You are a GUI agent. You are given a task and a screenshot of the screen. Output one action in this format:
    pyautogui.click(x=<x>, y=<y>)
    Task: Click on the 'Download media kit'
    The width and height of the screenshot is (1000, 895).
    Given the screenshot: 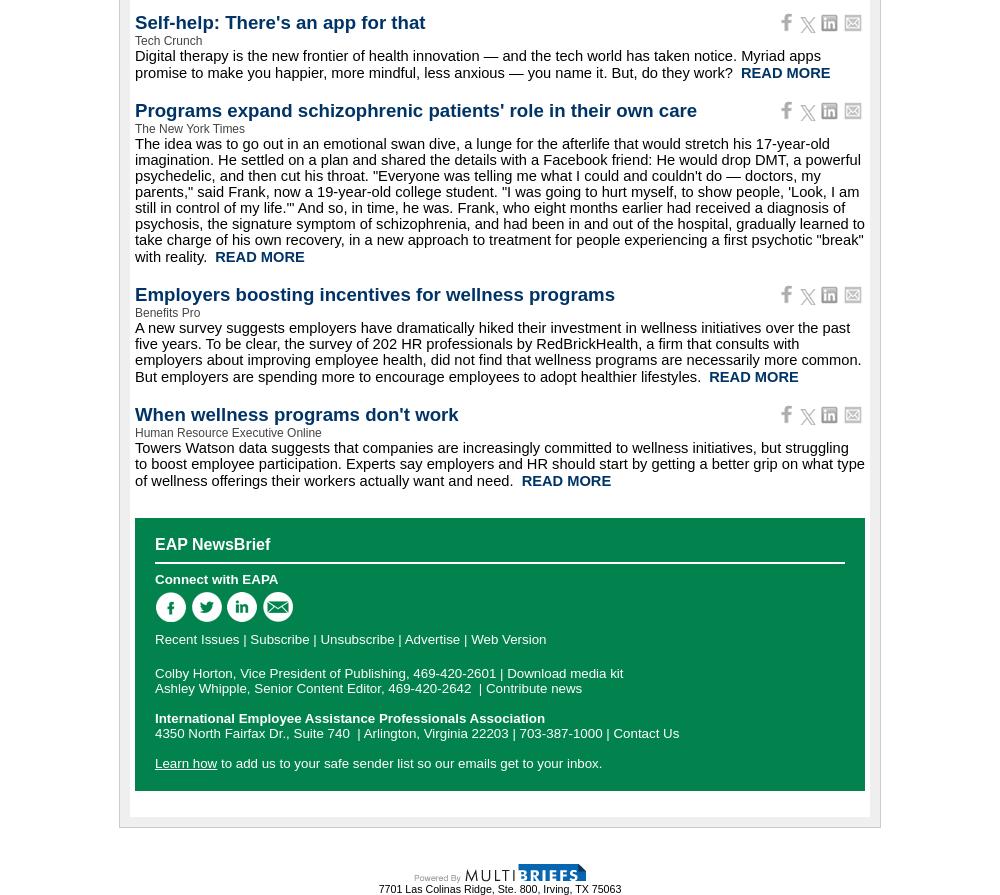 What is the action you would take?
    pyautogui.click(x=564, y=672)
    